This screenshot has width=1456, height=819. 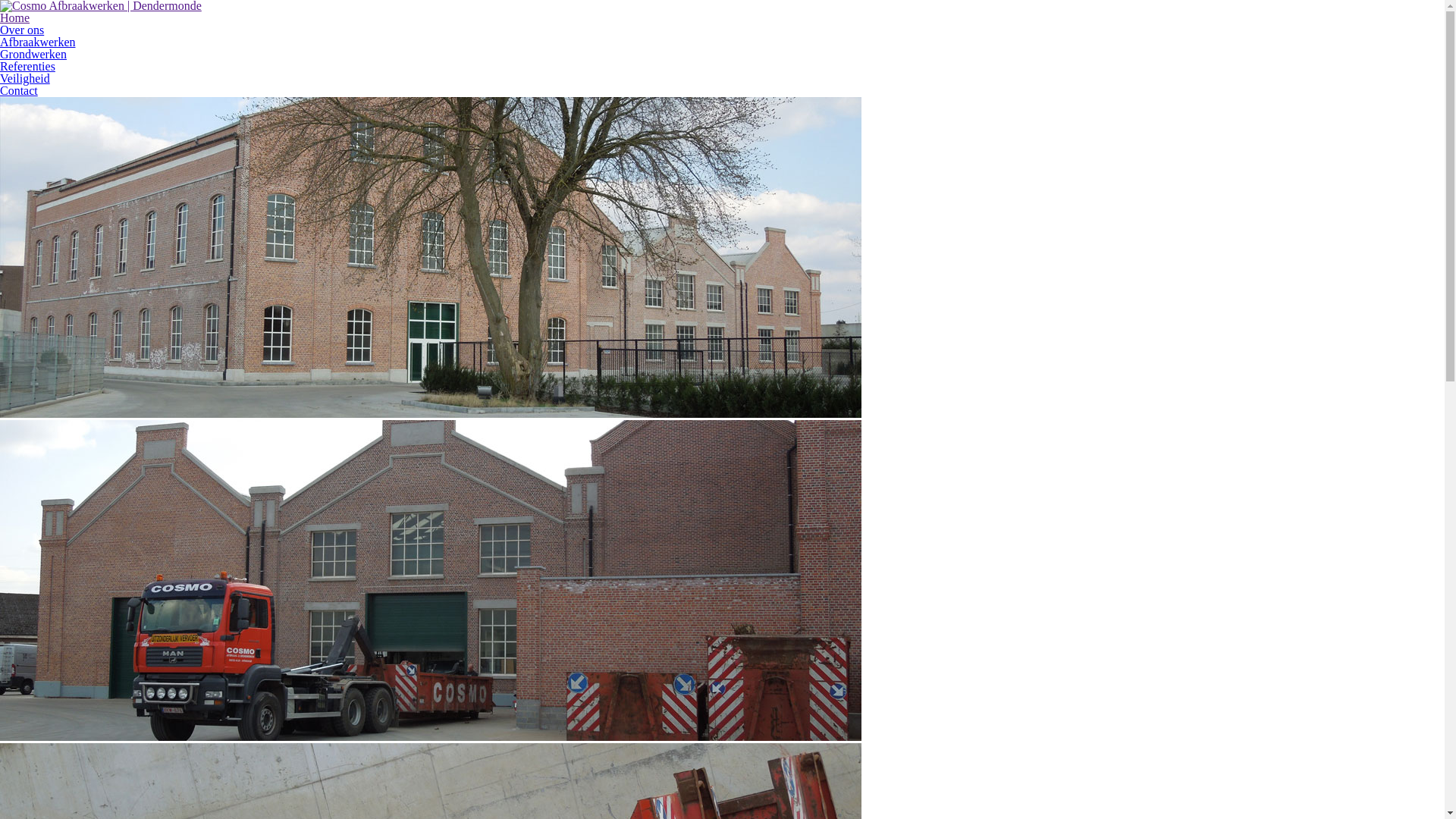 I want to click on 'Cosmo Afbraakwerken | Dendermonde', so click(x=100, y=5).